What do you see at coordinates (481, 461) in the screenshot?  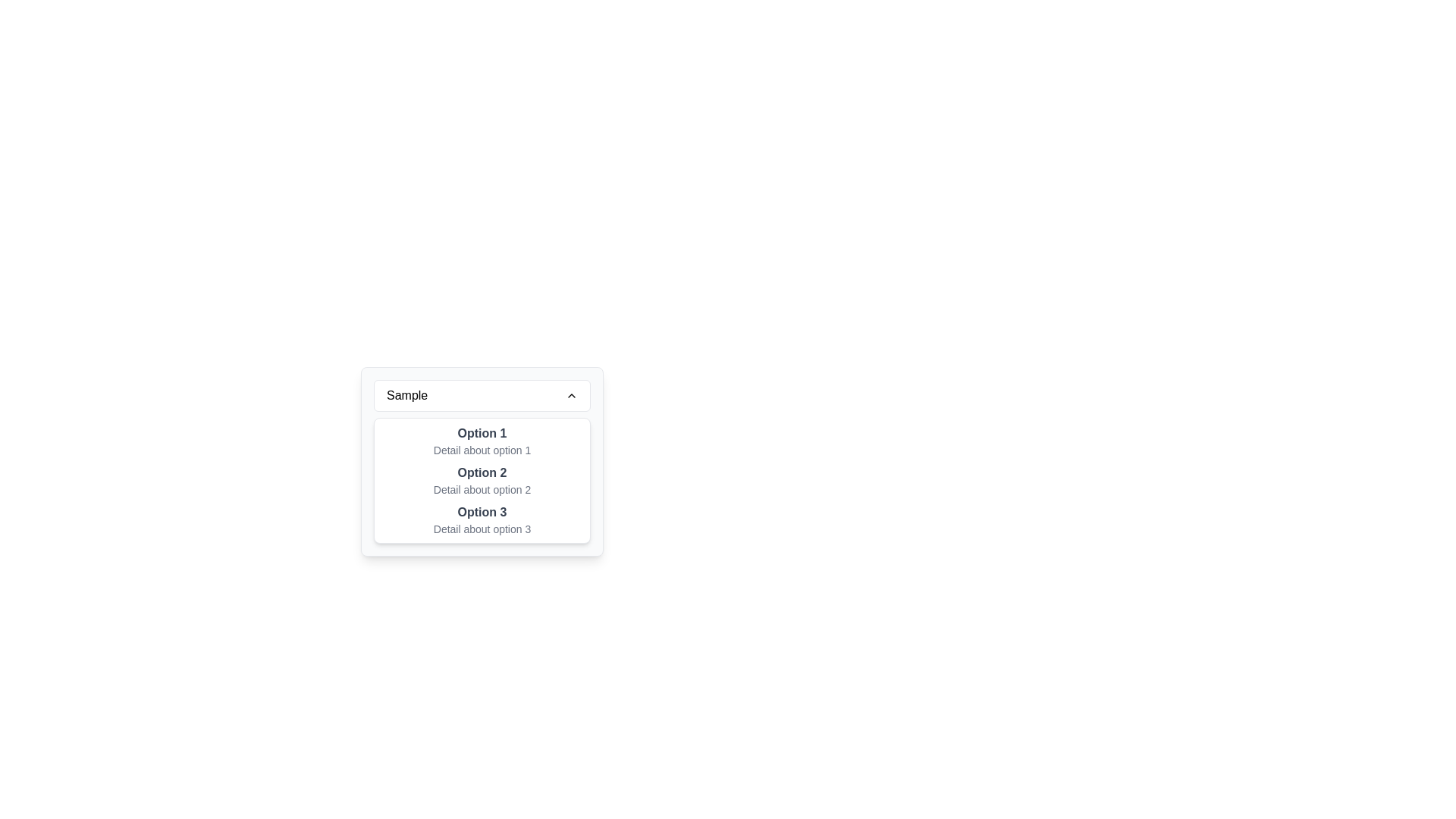 I see `the options in the compact dropdown menu with a light gray background` at bounding box center [481, 461].